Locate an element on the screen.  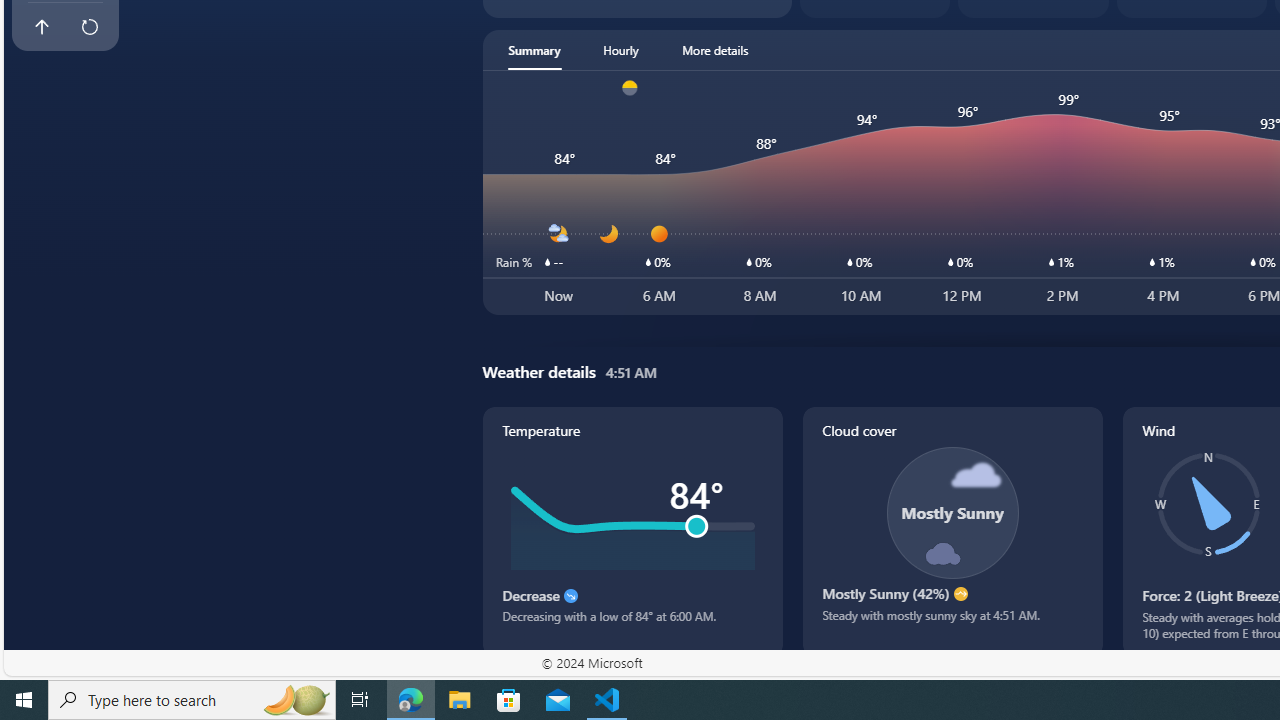
'More details' is located at coordinates (715, 49).